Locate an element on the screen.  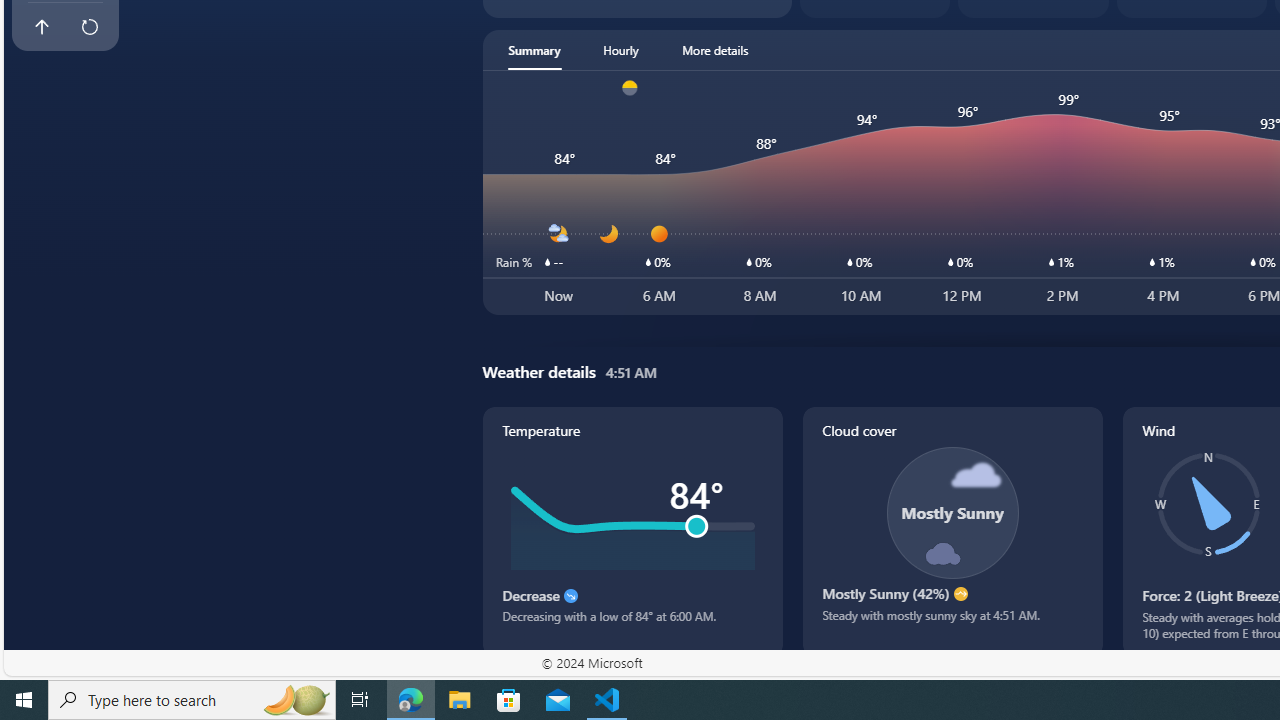
'More details' is located at coordinates (715, 49).